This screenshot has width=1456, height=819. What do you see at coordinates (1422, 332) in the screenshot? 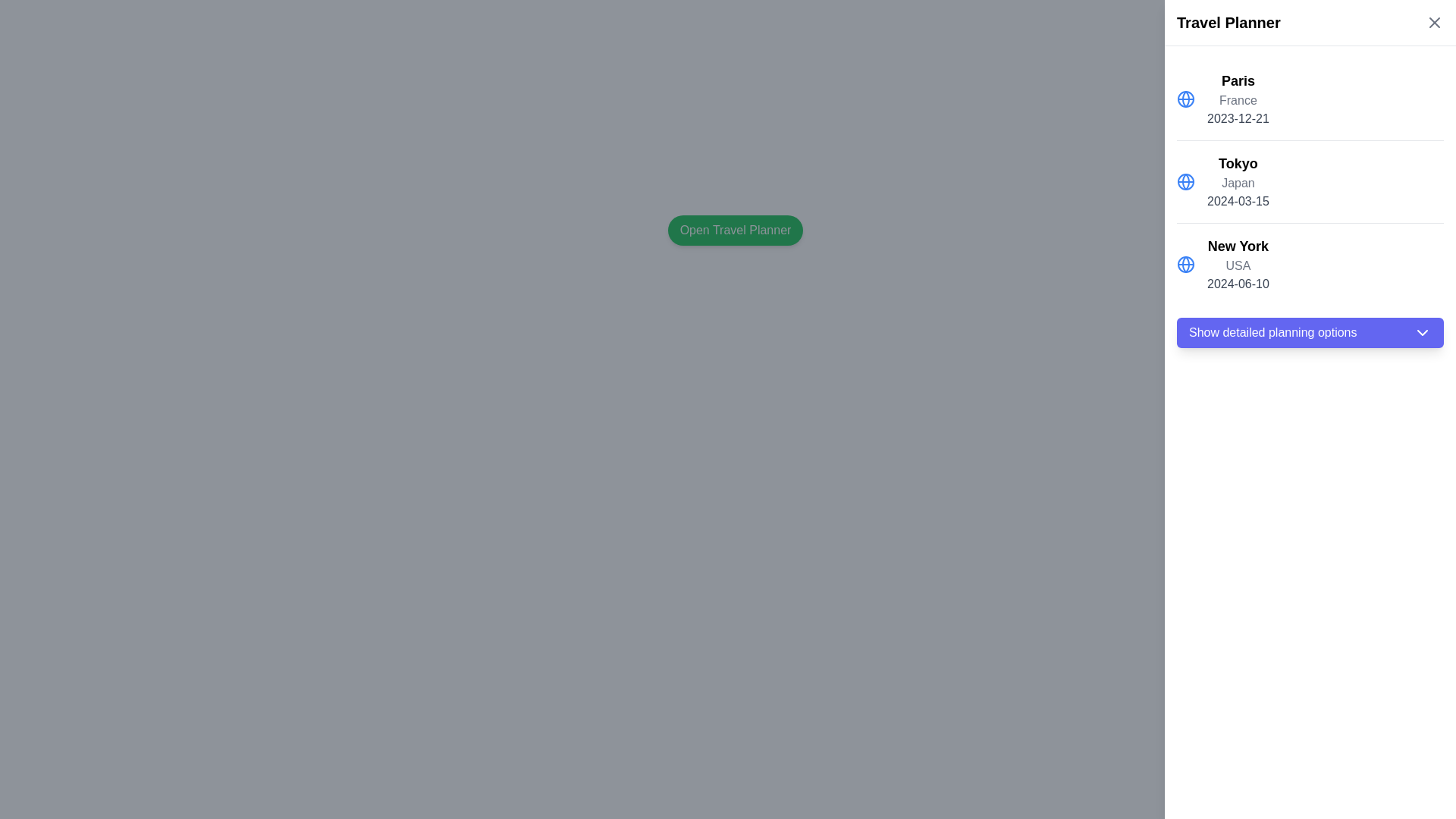
I see `the downward-pointing chevron icon located inside the 'Show detailed planning options' button` at bounding box center [1422, 332].